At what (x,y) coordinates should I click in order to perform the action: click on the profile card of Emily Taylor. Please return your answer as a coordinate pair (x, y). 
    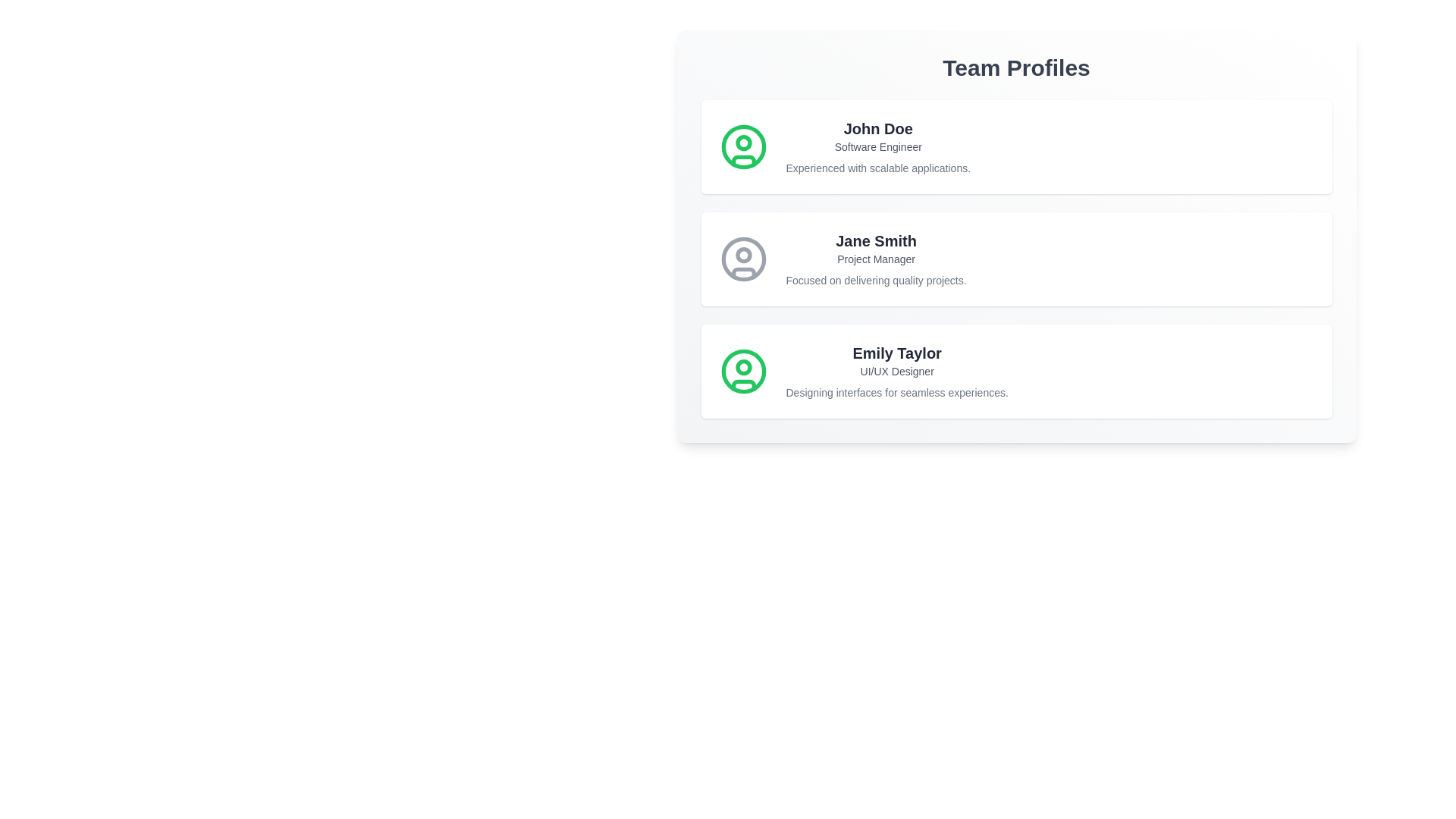
    Looking at the image, I should click on (1016, 371).